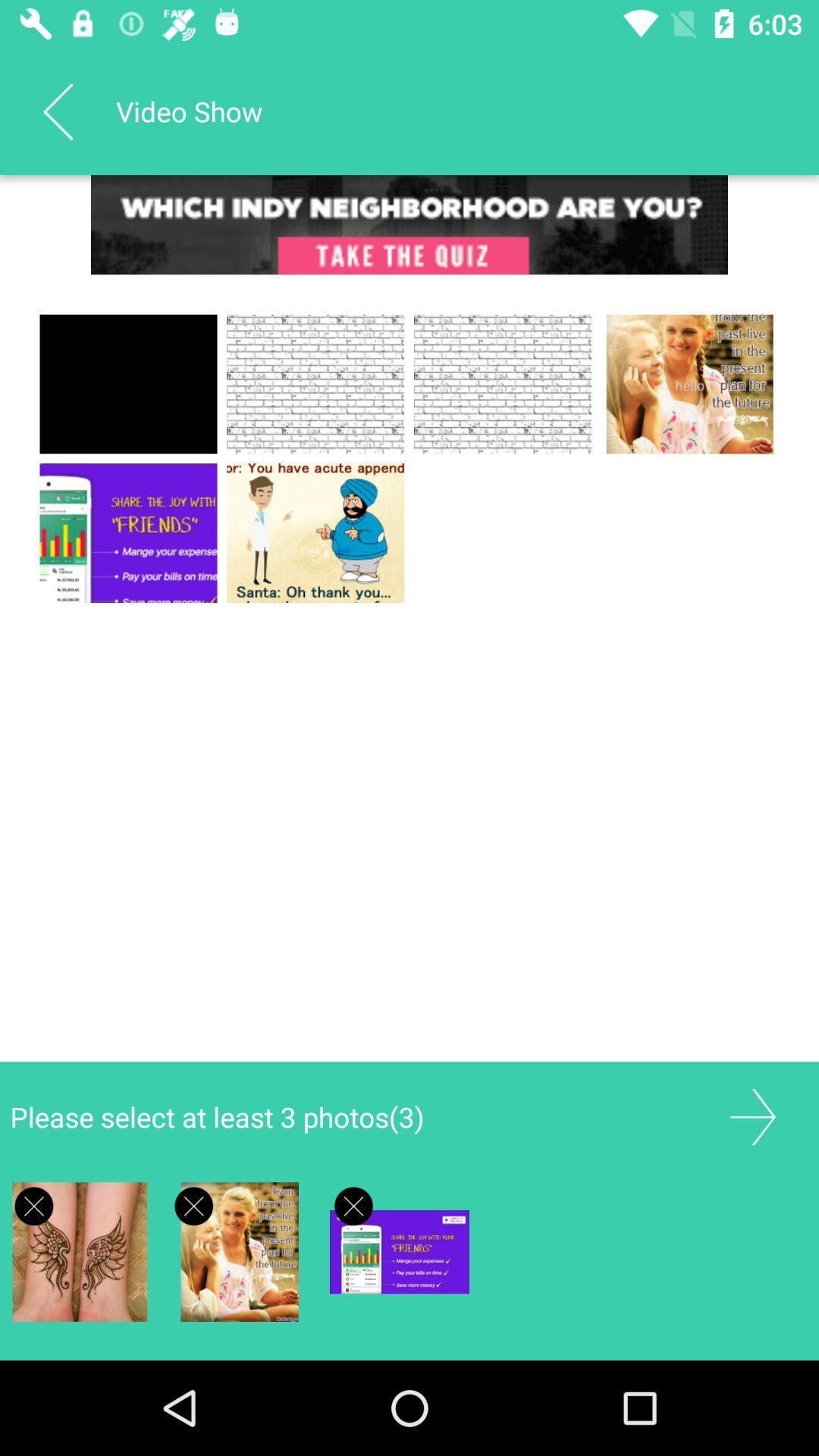 The height and width of the screenshot is (1456, 819). I want to click on advertisement, so click(752, 1117).